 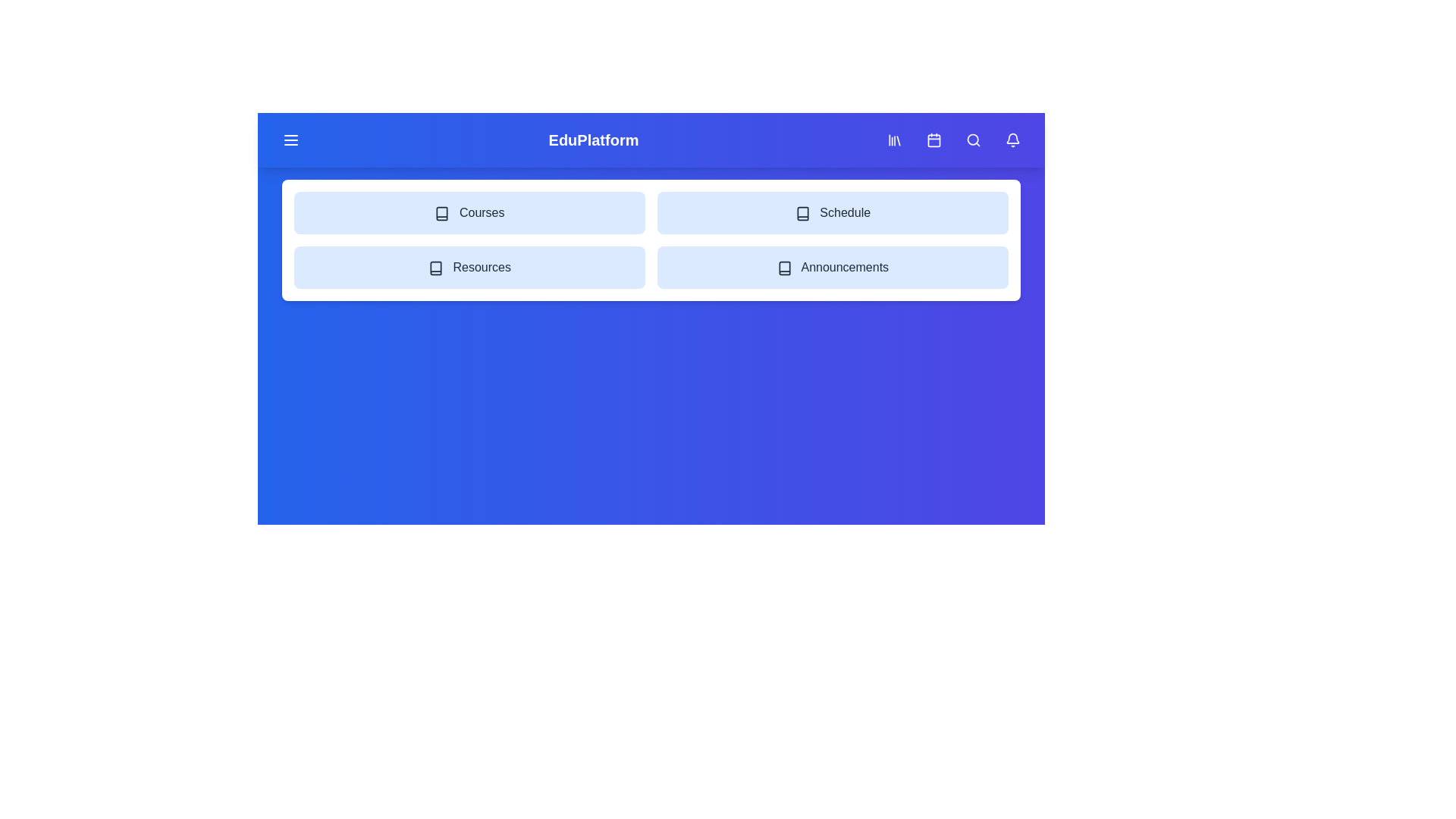 I want to click on the 'Search' icon button to activate the search functionality, so click(x=973, y=140).